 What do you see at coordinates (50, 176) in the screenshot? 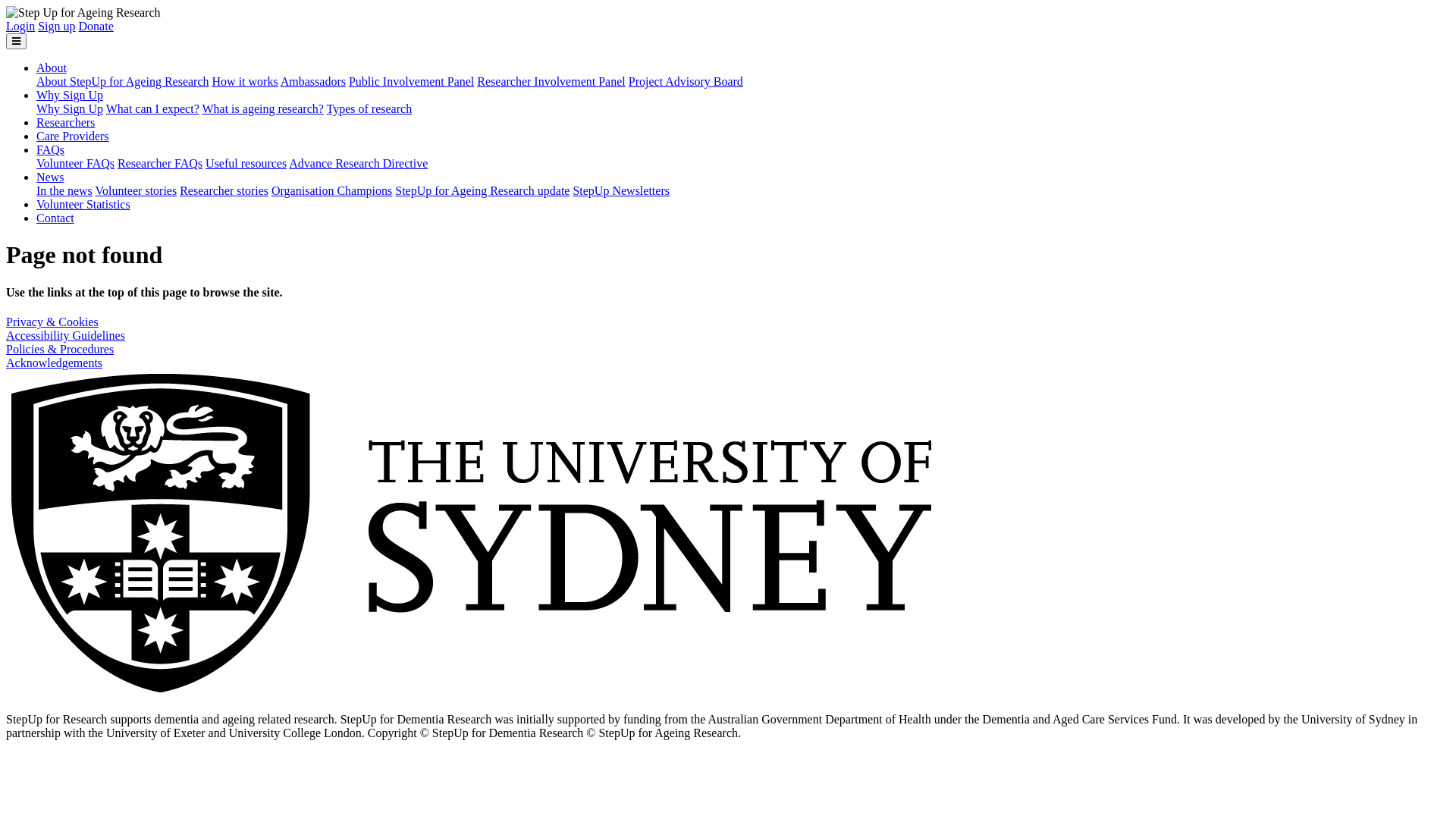
I see `'News'` at bounding box center [50, 176].